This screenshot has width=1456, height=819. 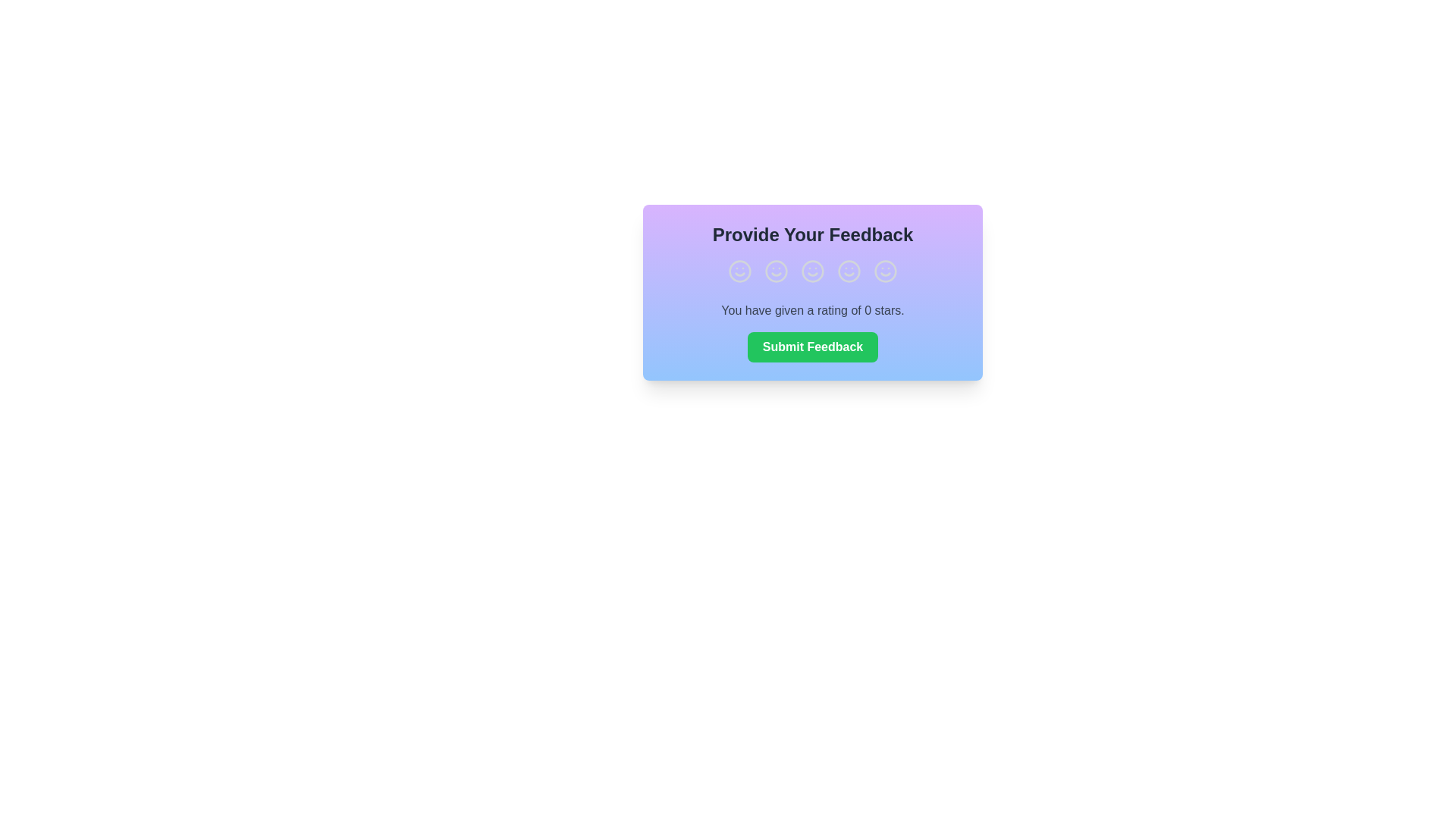 What do you see at coordinates (739, 271) in the screenshot?
I see `the smiley face corresponding to a rating of 1` at bounding box center [739, 271].